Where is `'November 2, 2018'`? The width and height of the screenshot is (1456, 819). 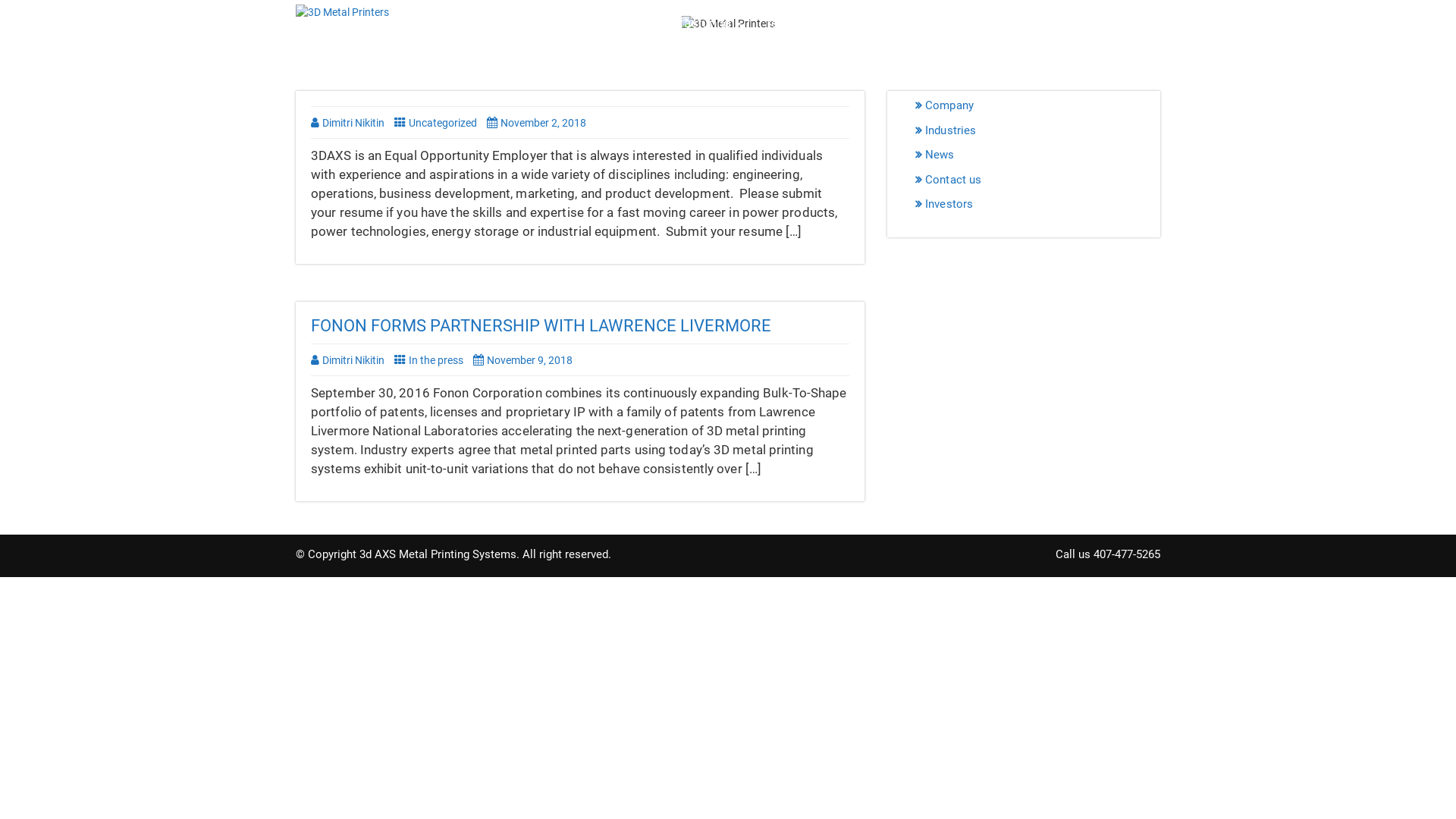 'November 2, 2018' is located at coordinates (540, 122).